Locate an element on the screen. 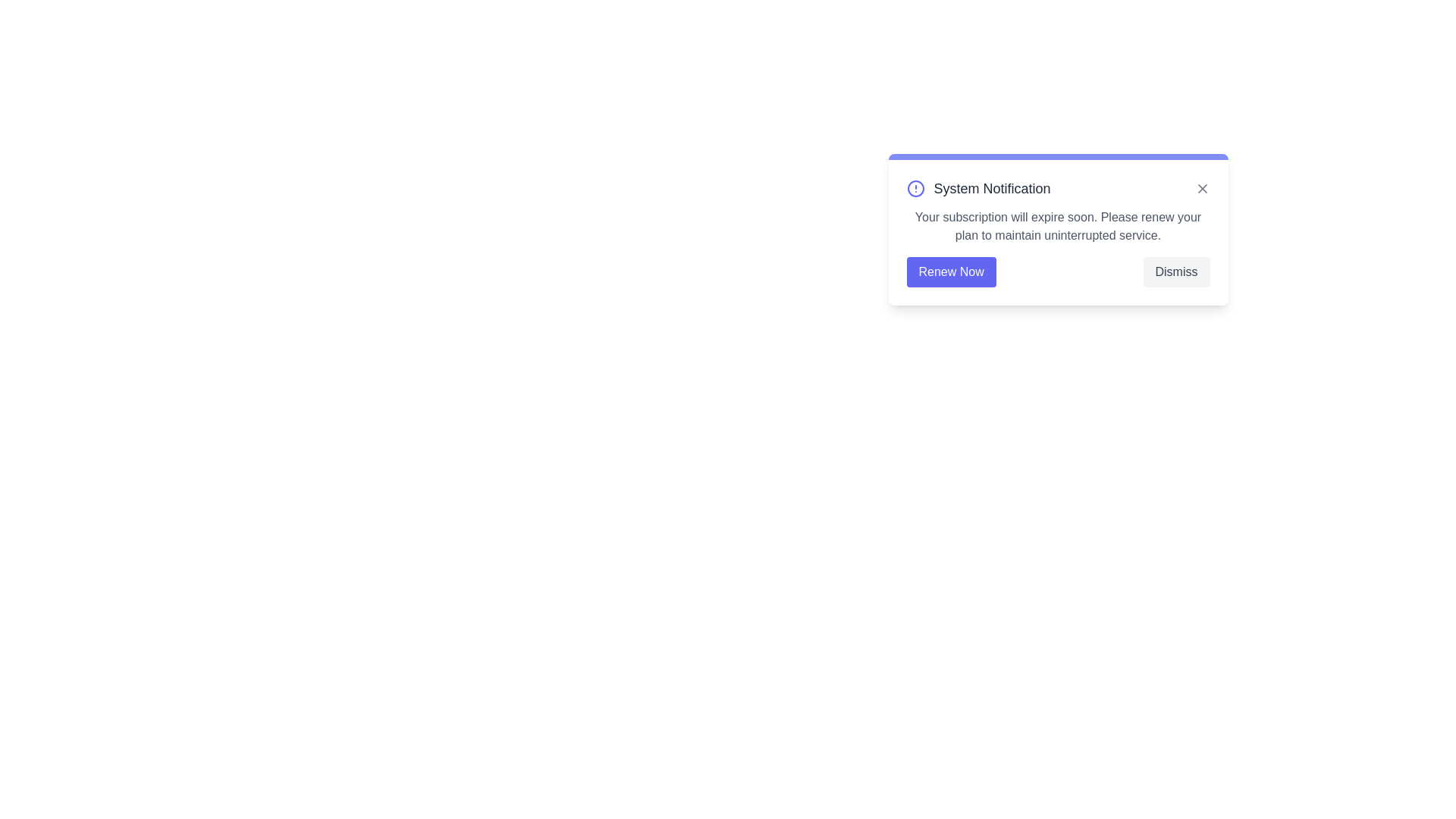 Image resolution: width=1456 pixels, height=819 pixels. close icon in the top-right corner of the alert component is located at coordinates (1201, 188).